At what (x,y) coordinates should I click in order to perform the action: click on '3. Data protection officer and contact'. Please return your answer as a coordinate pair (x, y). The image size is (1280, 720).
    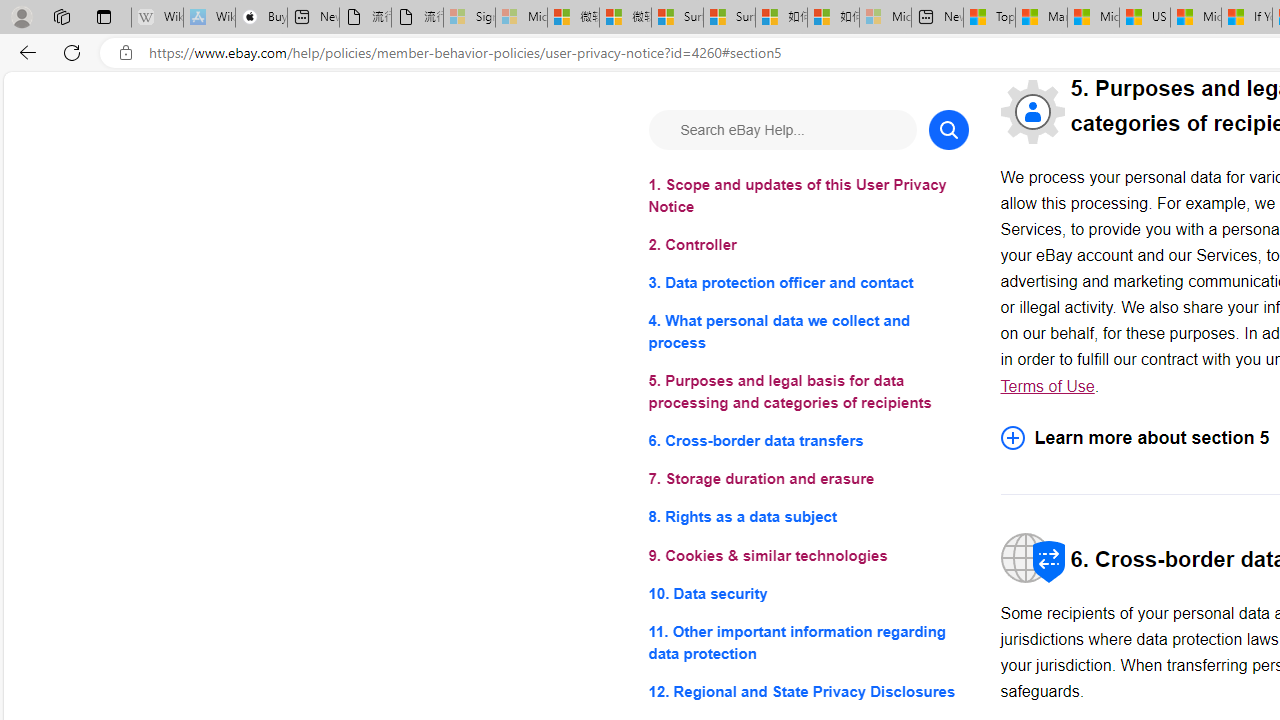
    Looking at the image, I should click on (808, 283).